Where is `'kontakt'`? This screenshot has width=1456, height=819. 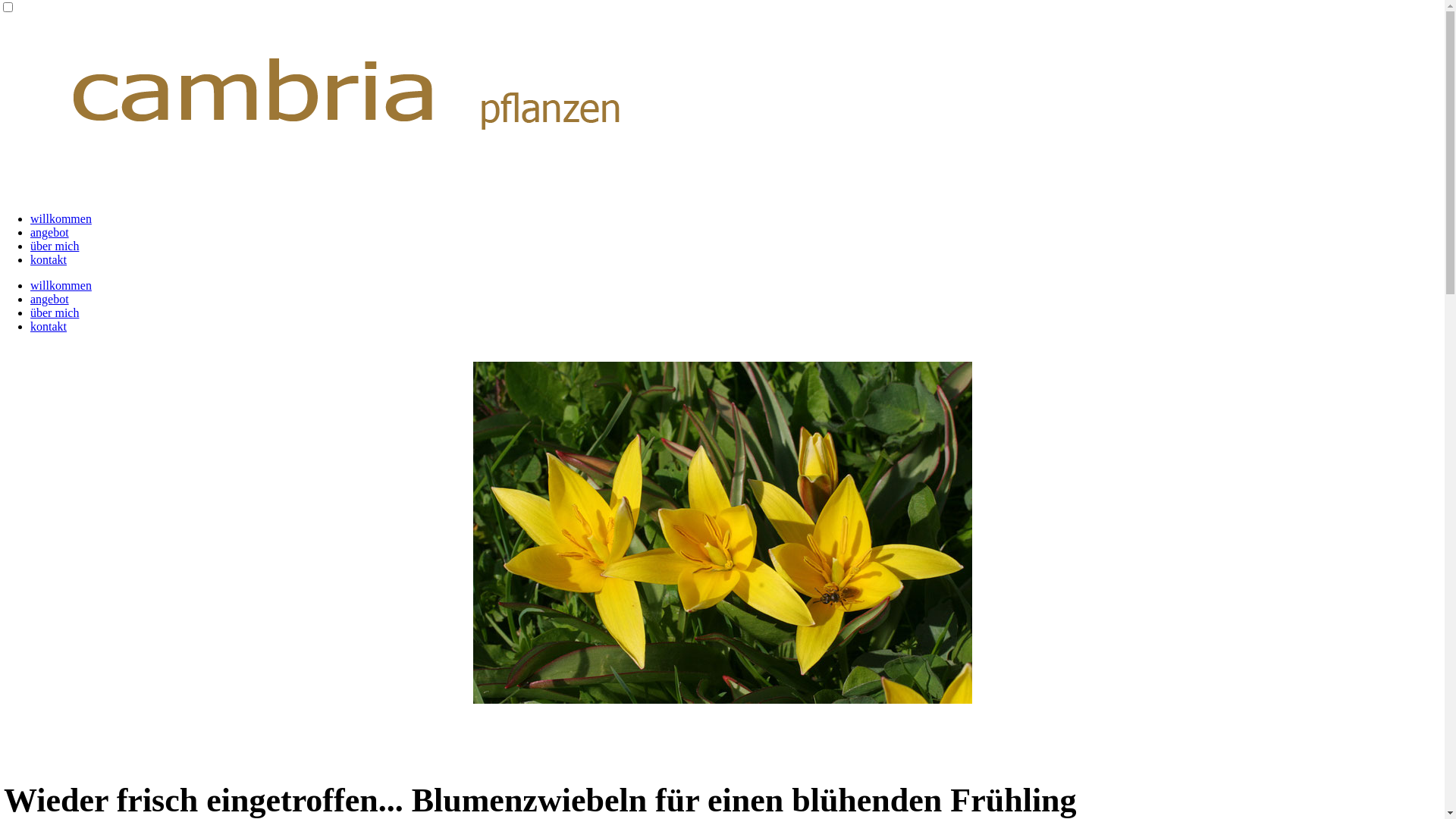
'kontakt' is located at coordinates (48, 325).